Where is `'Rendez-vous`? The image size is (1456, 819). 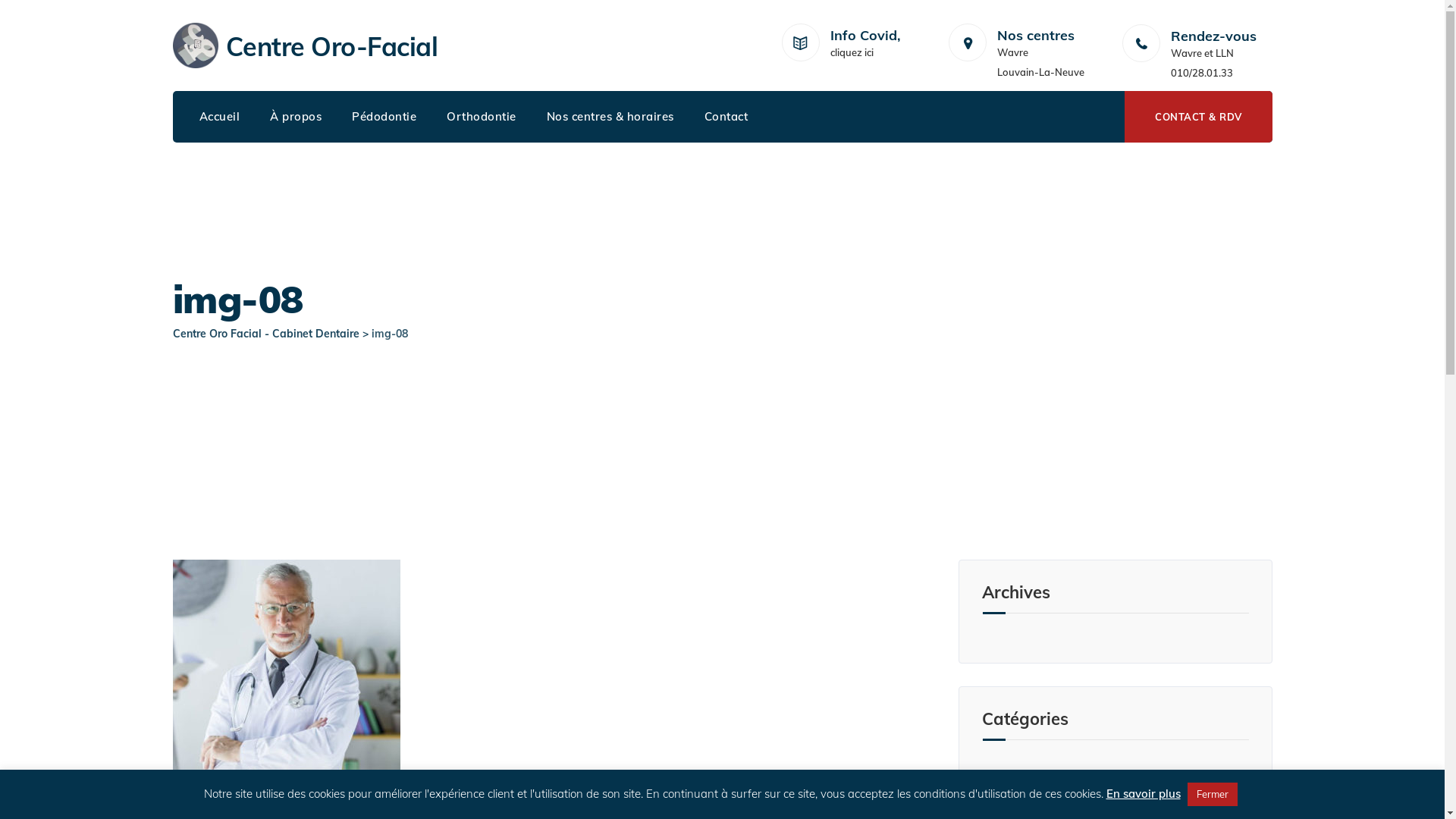 'Rendez-vous is located at coordinates (1222, 55).